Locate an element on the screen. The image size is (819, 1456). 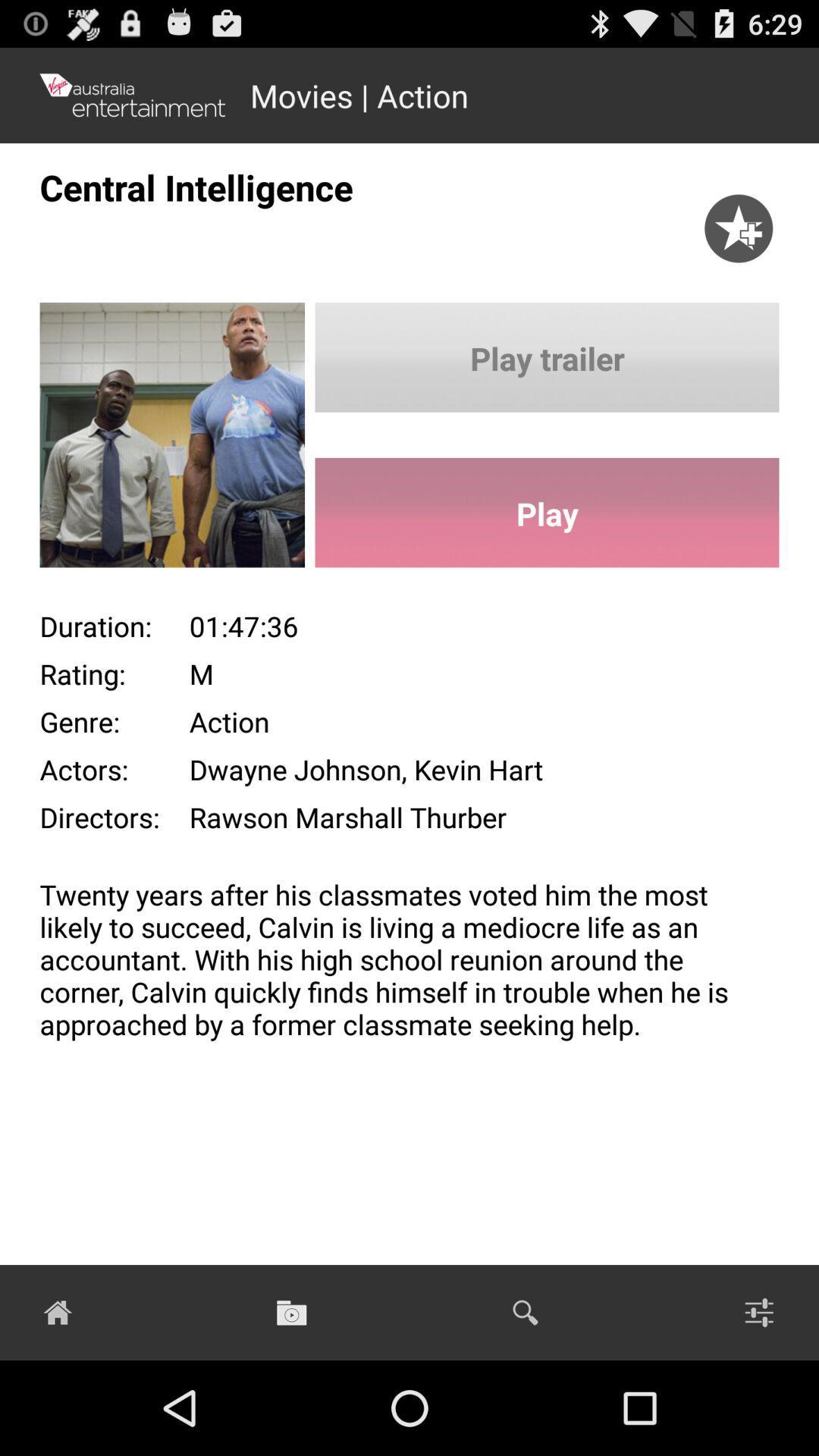
the item next to the central intelligence is located at coordinates (738, 212).